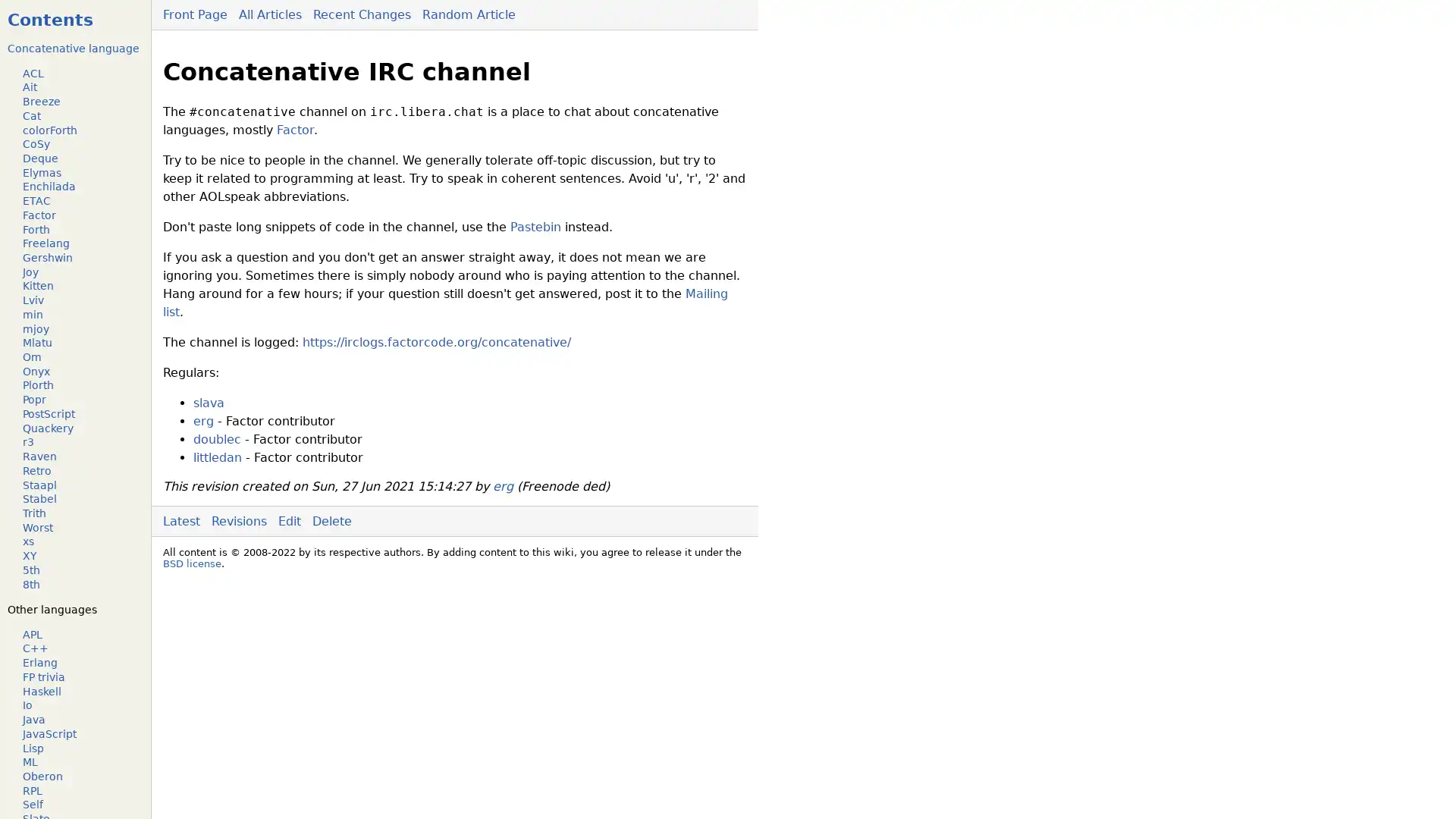  I want to click on Delete, so click(331, 519).